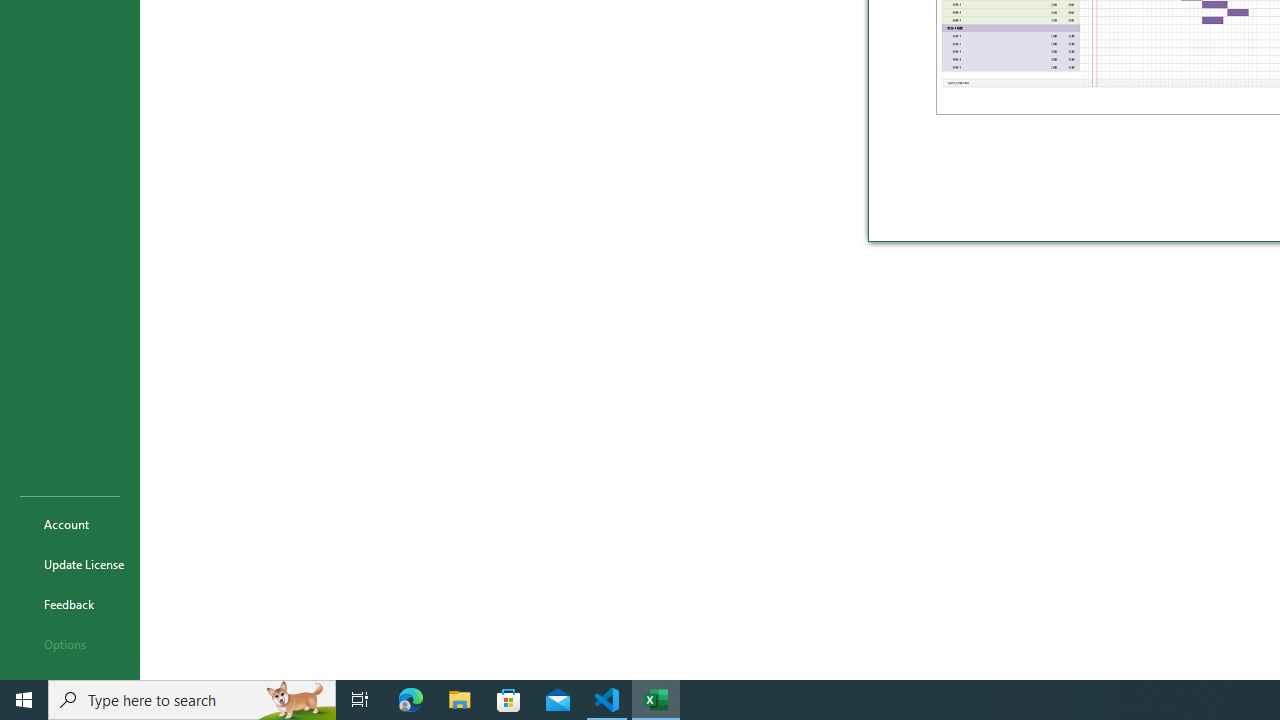 Image resolution: width=1280 pixels, height=720 pixels. Describe the element at coordinates (459, 698) in the screenshot. I see `'File Explorer'` at that location.